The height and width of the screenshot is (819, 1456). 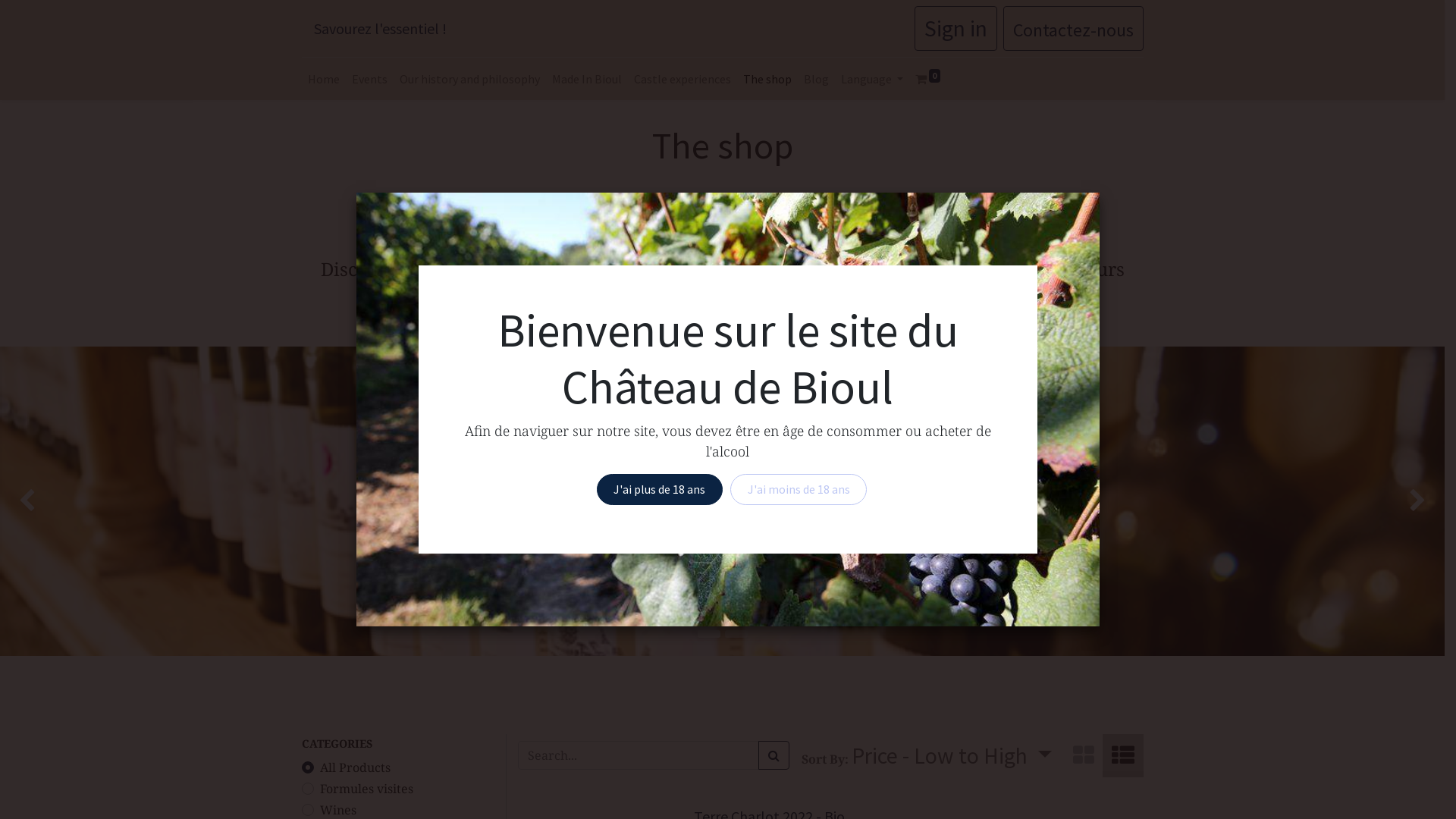 I want to click on 'Language', so click(x=833, y=79).